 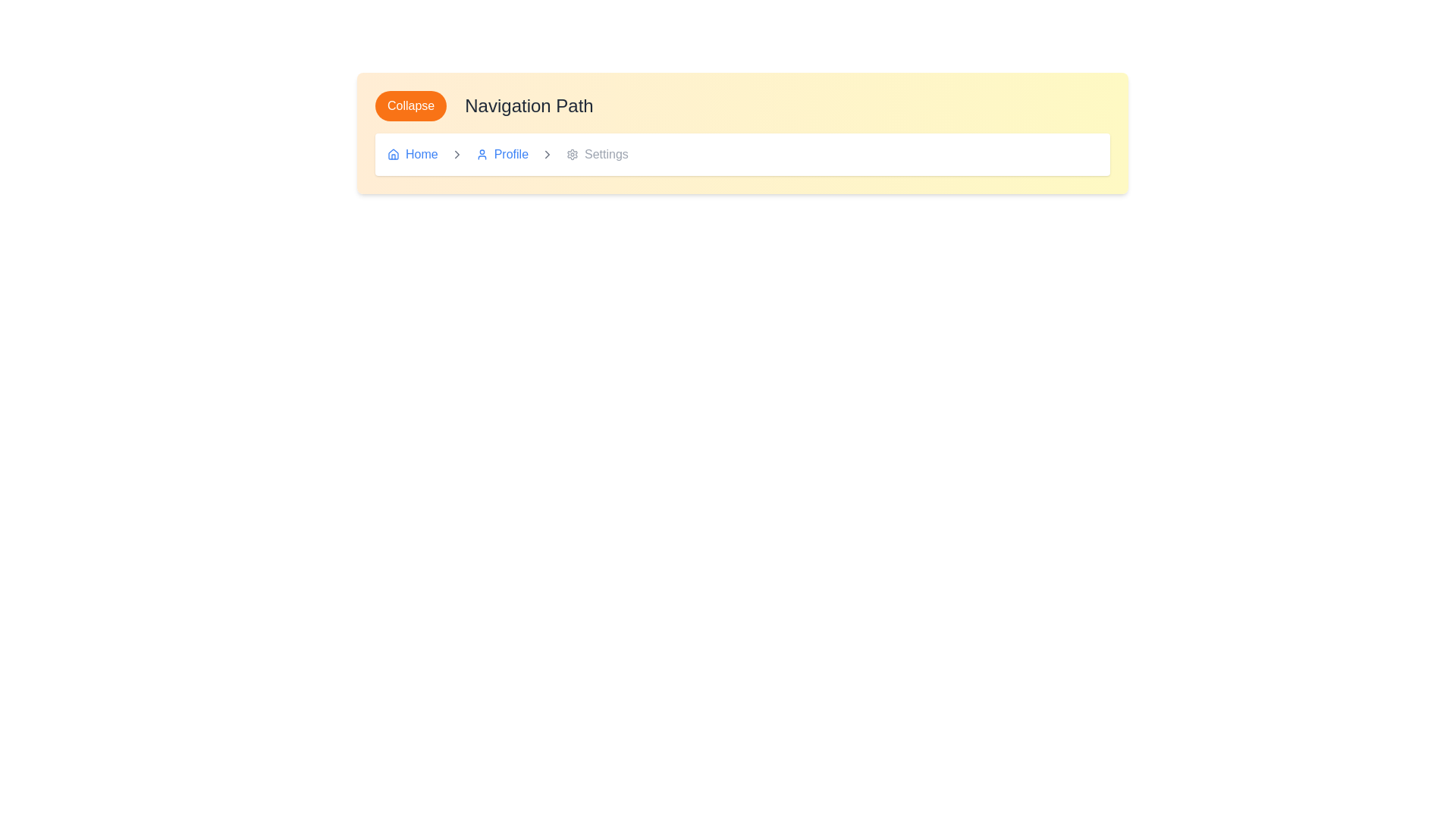 What do you see at coordinates (572, 155) in the screenshot?
I see `the 'Settings' icon located on the right-hand side of the breadcrumb navigation bar` at bounding box center [572, 155].